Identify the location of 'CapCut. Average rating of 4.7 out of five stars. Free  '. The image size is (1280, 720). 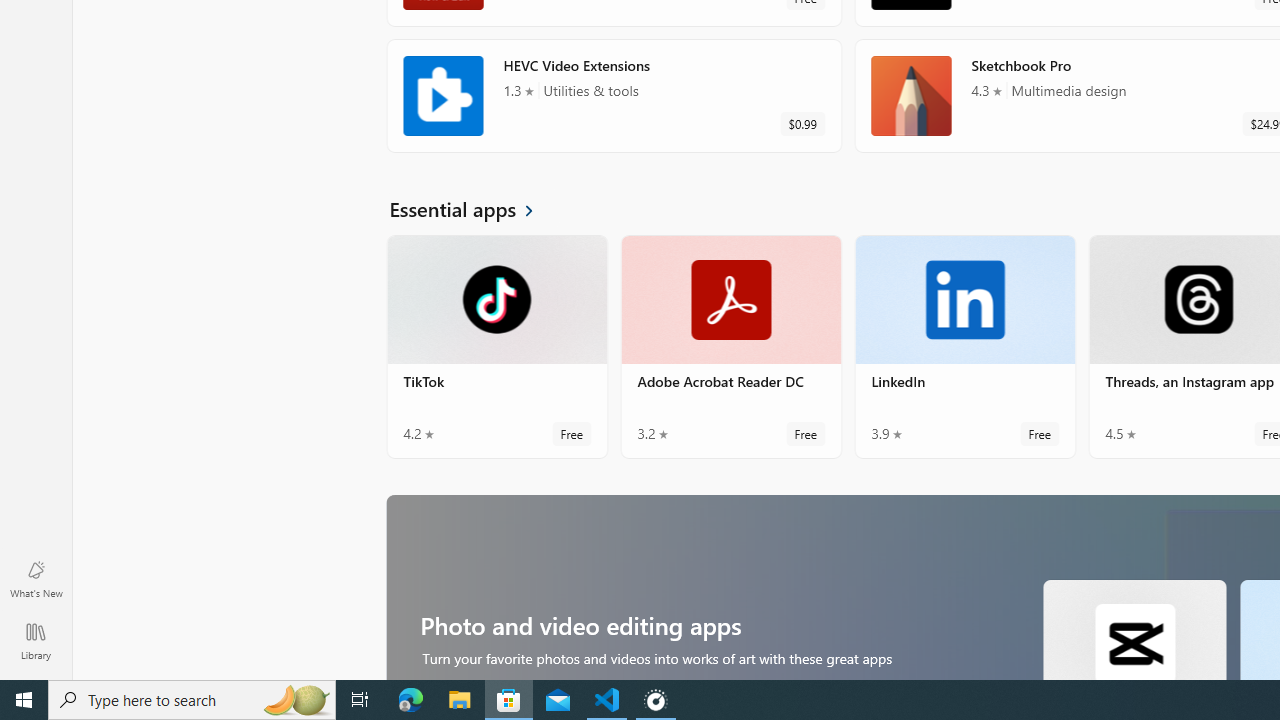
(1134, 628).